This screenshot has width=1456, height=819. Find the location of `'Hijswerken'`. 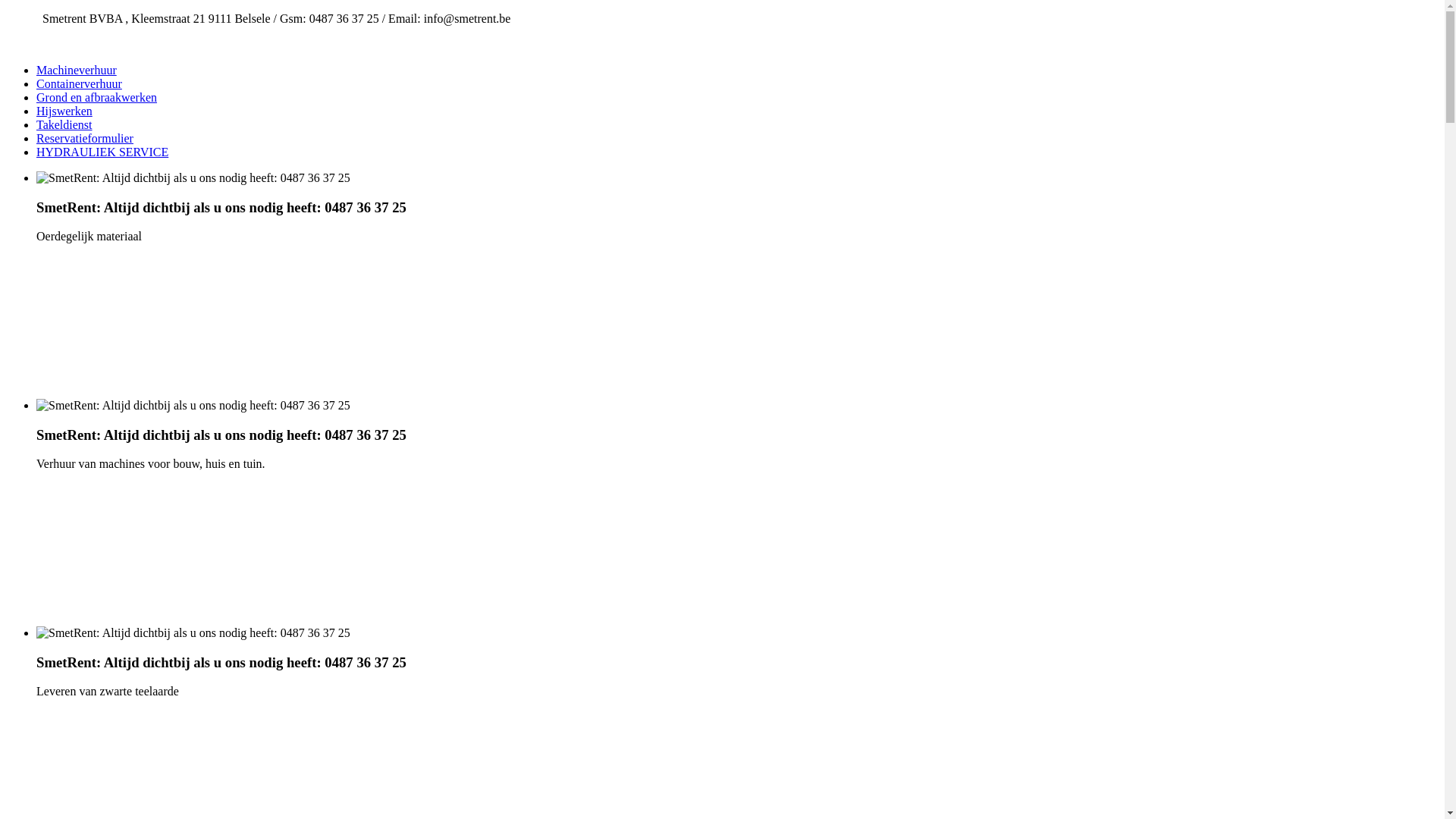

'Hijswerken' is located at coordinates (64, 110).